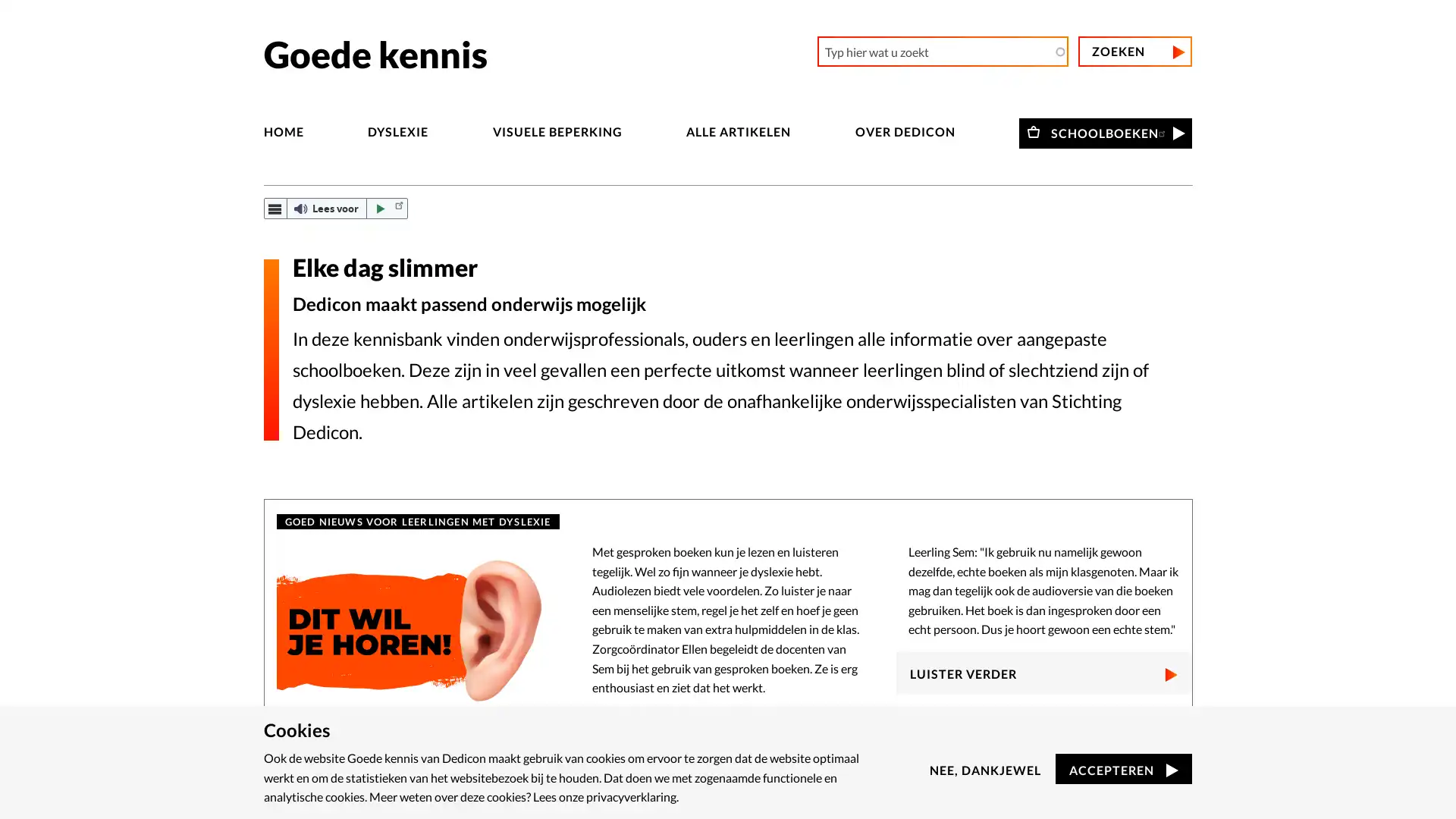  Describe the element at coordinates (334, 208) in the screenshot. I see `ReadSpeaker webReader: Luister met webReader` at that location.